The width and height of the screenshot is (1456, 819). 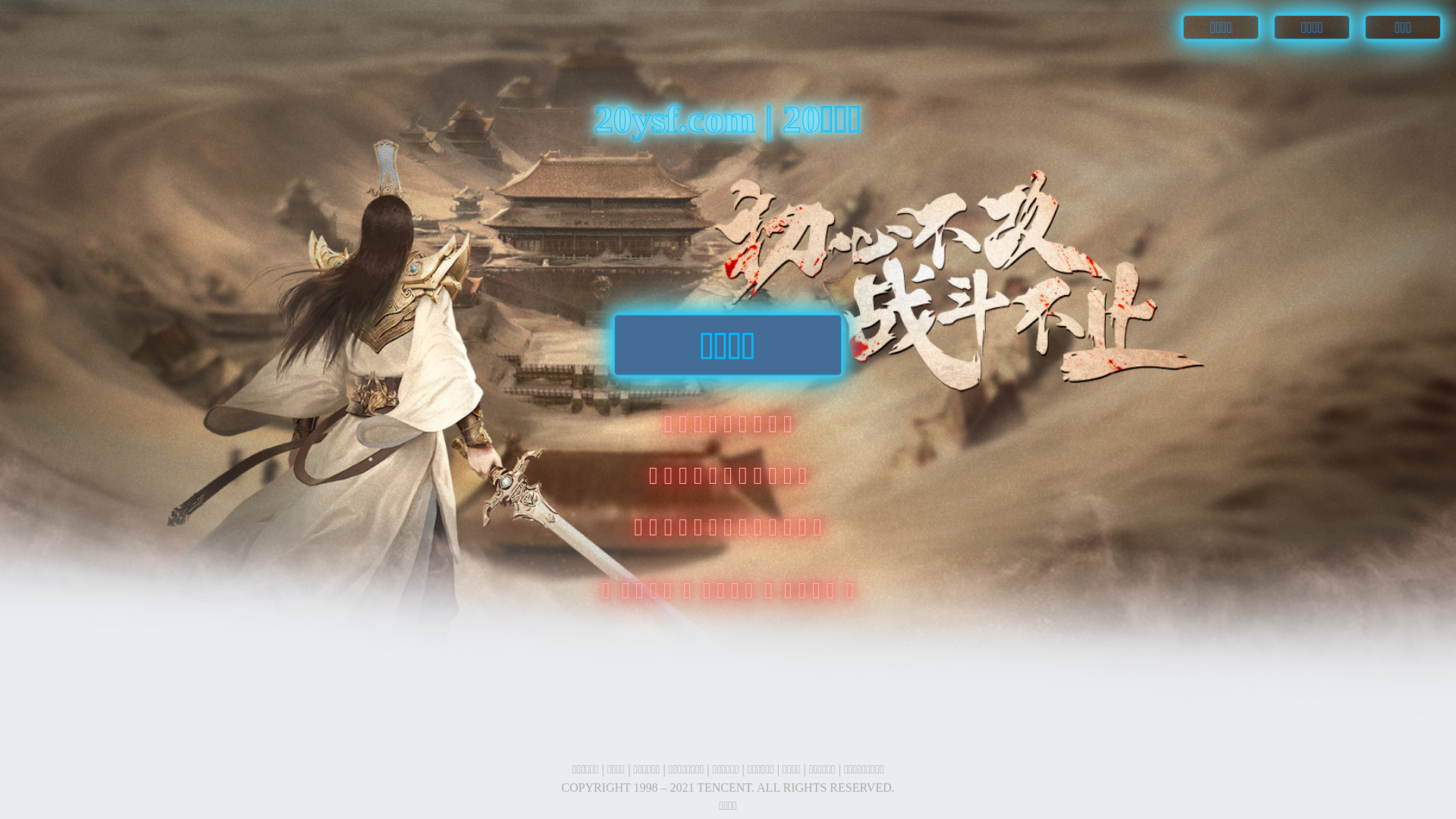 I want to click on '20ysf.com', so click(x=678, y=118).